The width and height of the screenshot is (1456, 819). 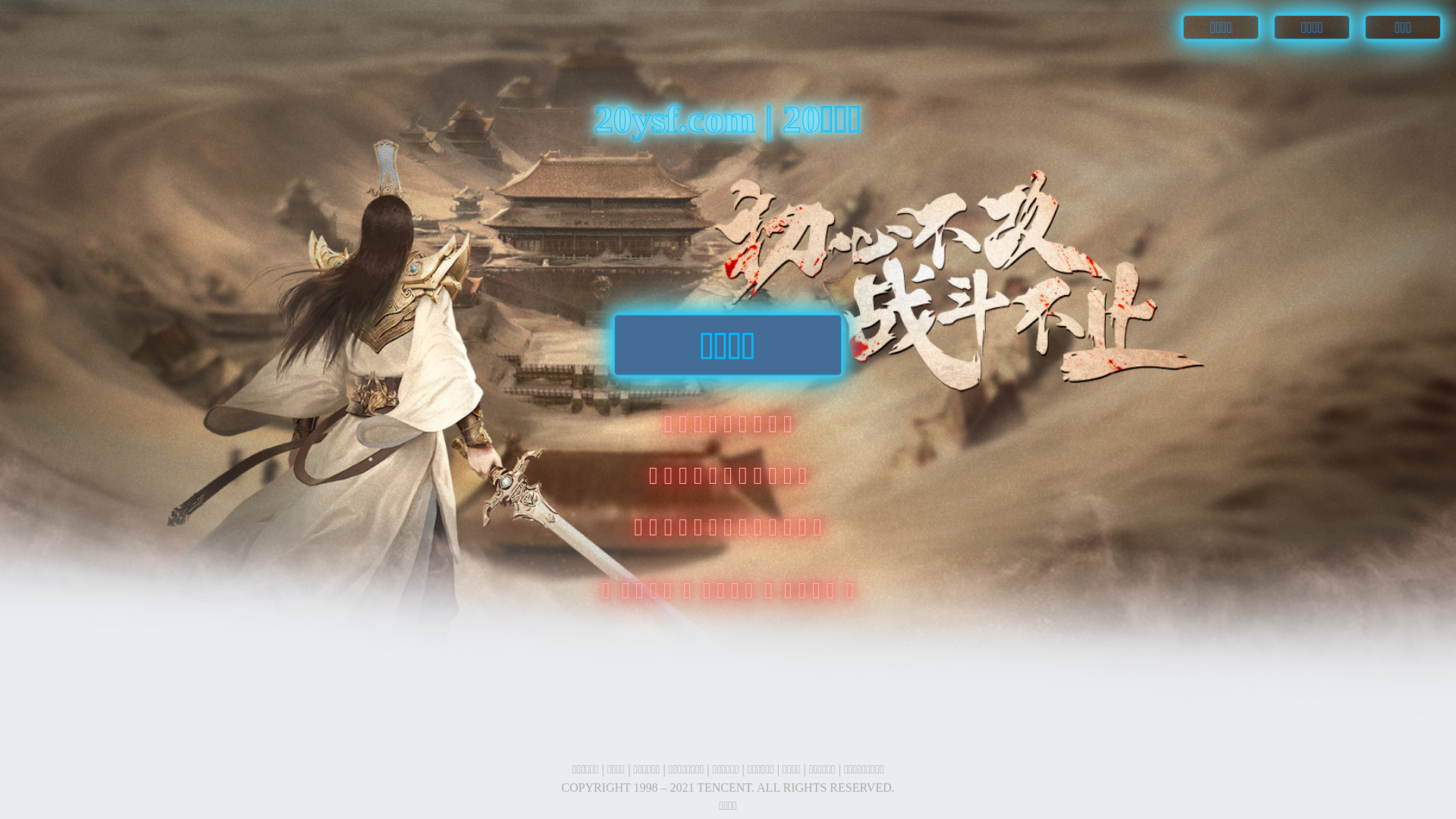 I want to click on '20ysf.com', so click(x=678, y=118).